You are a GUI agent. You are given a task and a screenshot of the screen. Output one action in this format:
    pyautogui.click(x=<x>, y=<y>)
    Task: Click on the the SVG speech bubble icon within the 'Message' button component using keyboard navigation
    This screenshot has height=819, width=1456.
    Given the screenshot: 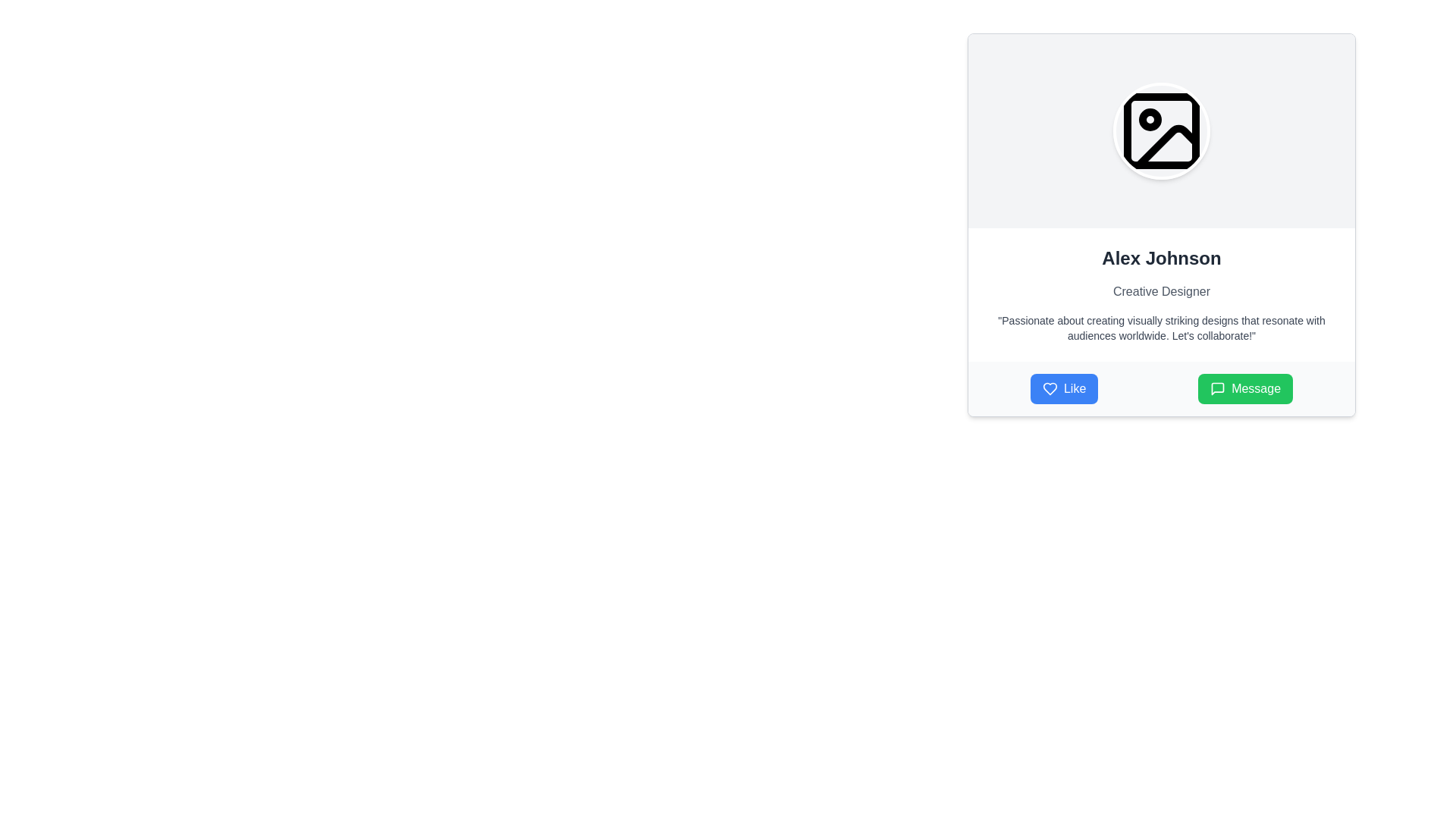 What is the action you would take?
    pyautogui.click(x=1218, y=388)
    